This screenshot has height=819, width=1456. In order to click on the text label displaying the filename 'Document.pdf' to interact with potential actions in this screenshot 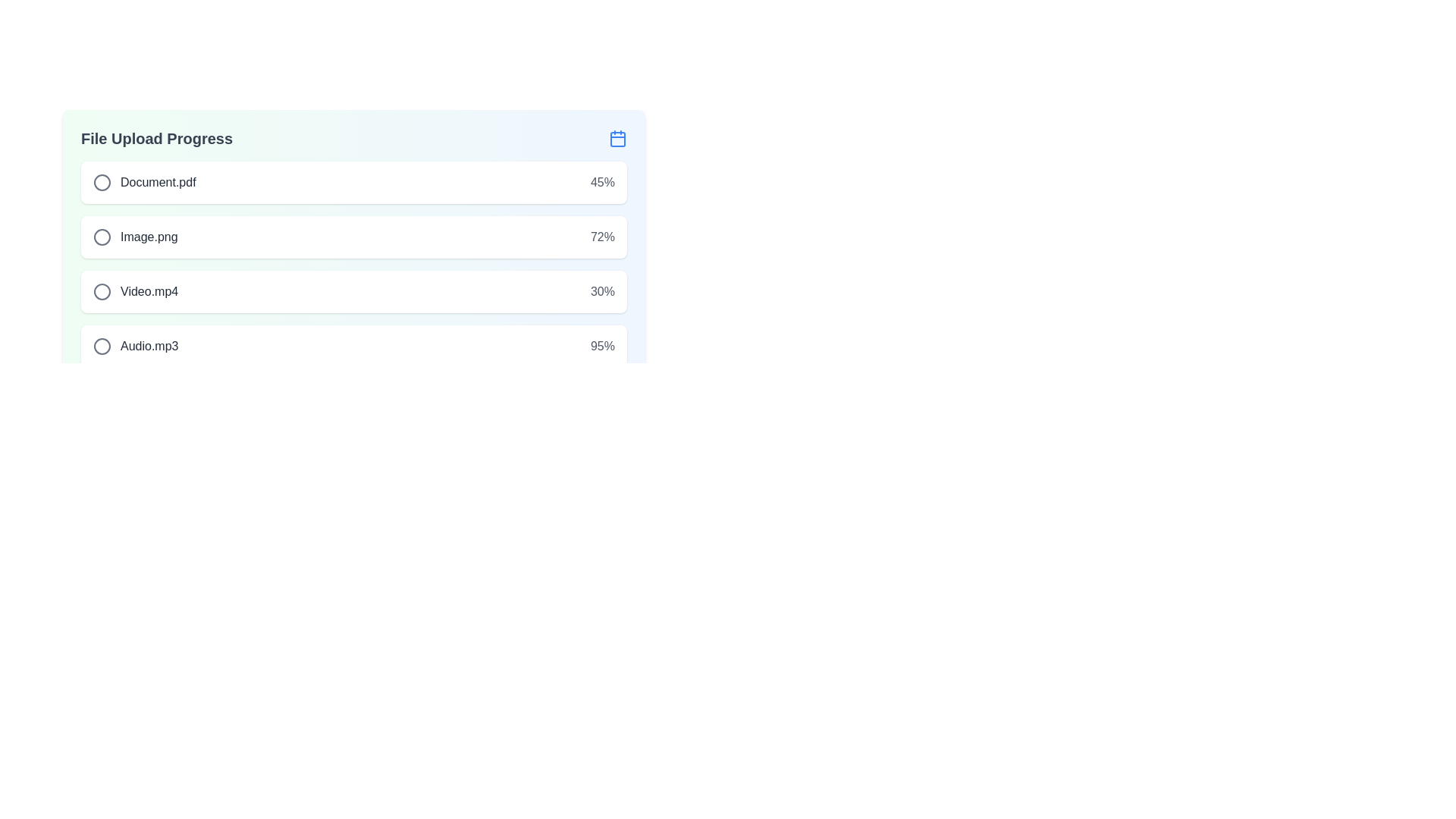, I will do `click(144, 181)`.